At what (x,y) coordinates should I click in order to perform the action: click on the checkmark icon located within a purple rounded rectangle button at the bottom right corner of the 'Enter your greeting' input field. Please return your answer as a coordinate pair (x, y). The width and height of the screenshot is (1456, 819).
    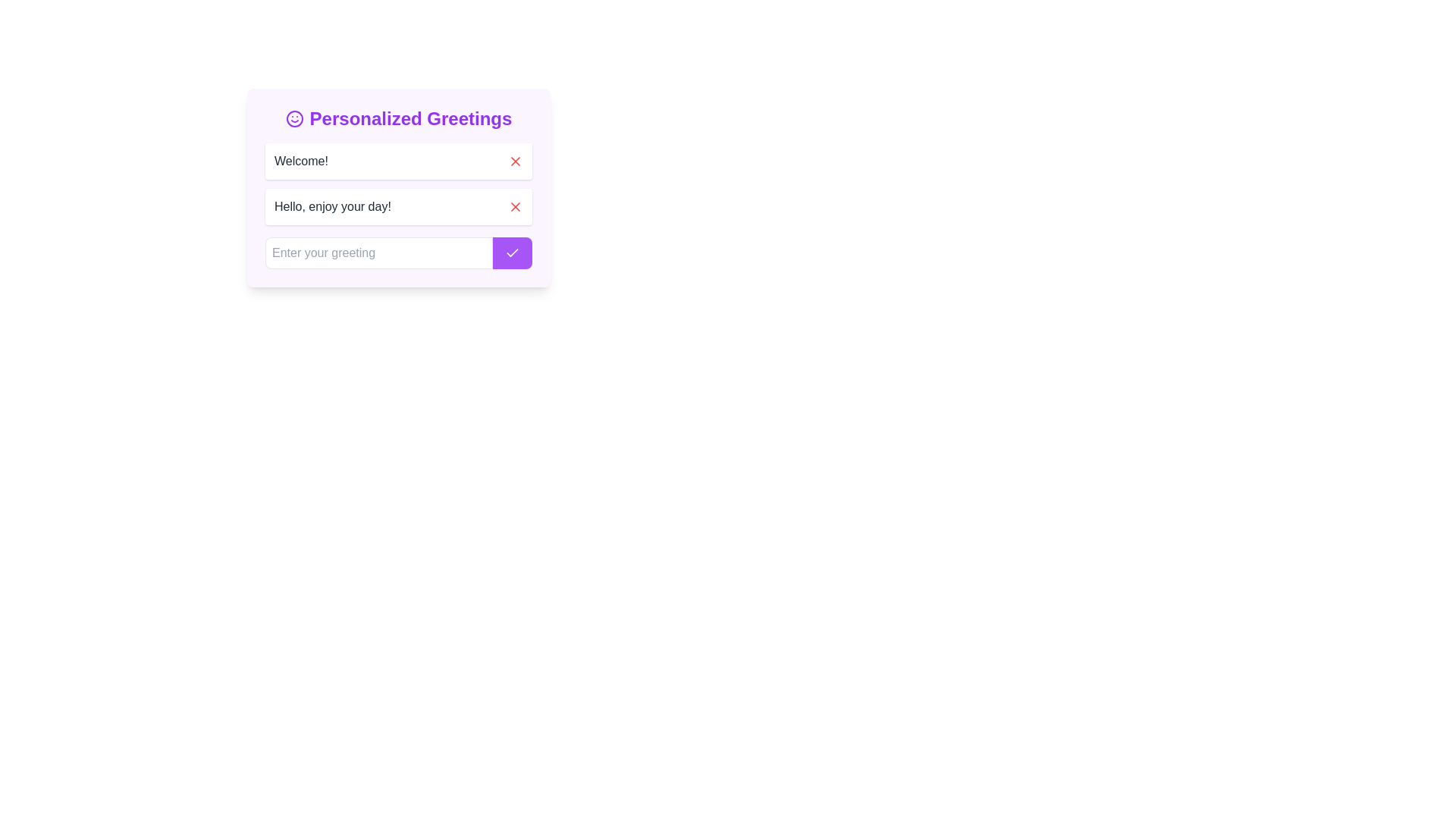
    Looking at the image, I should click on (513, 253).